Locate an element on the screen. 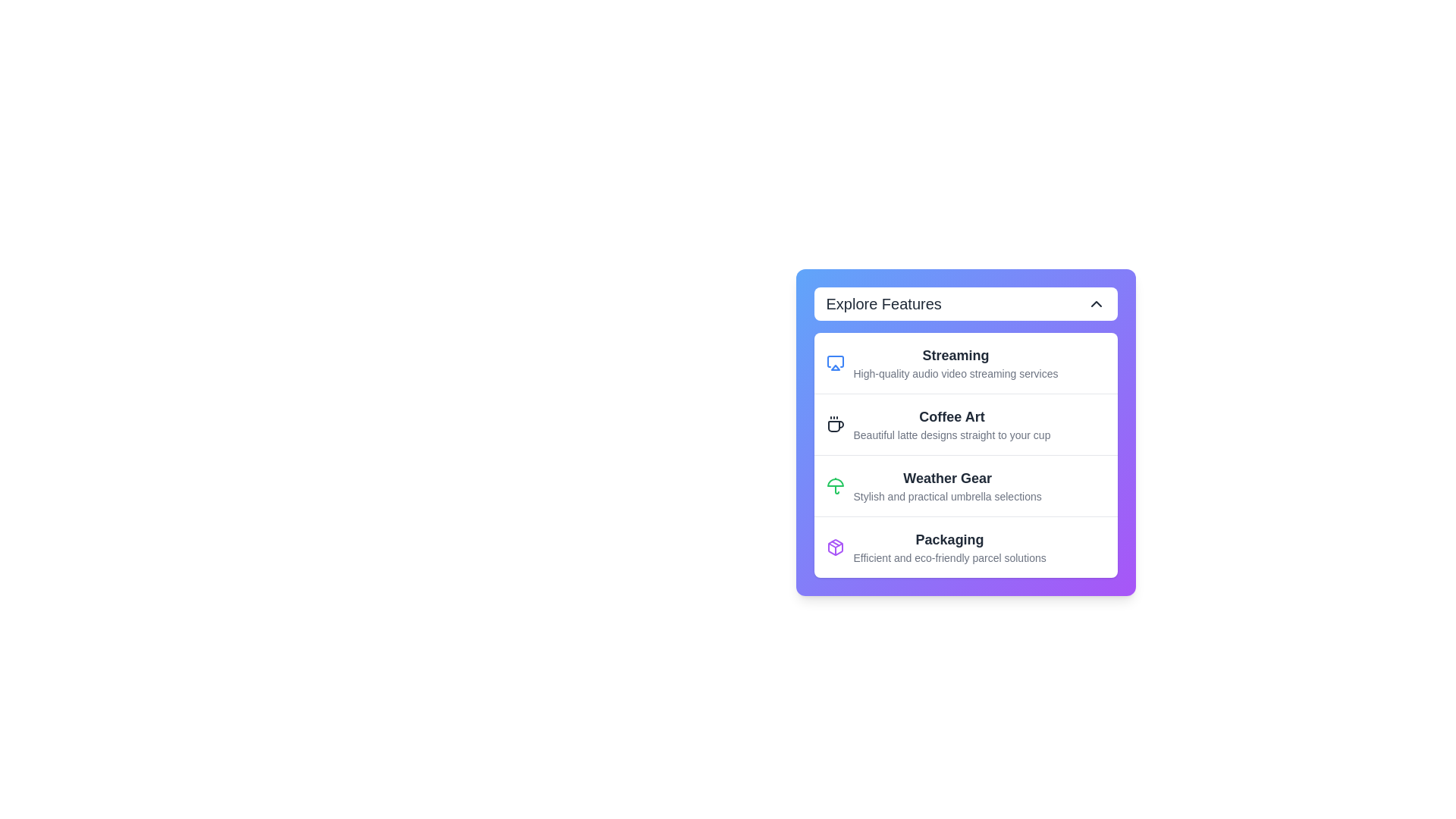 Image resolution: width=1456 pixels, height=819 pixels. the 'Packaging' feature icon, which is a polygonal icon located in the bottom-most row of the feature list, aligned to the left of the text 'Packaging' is located at coordinates (834, 547).